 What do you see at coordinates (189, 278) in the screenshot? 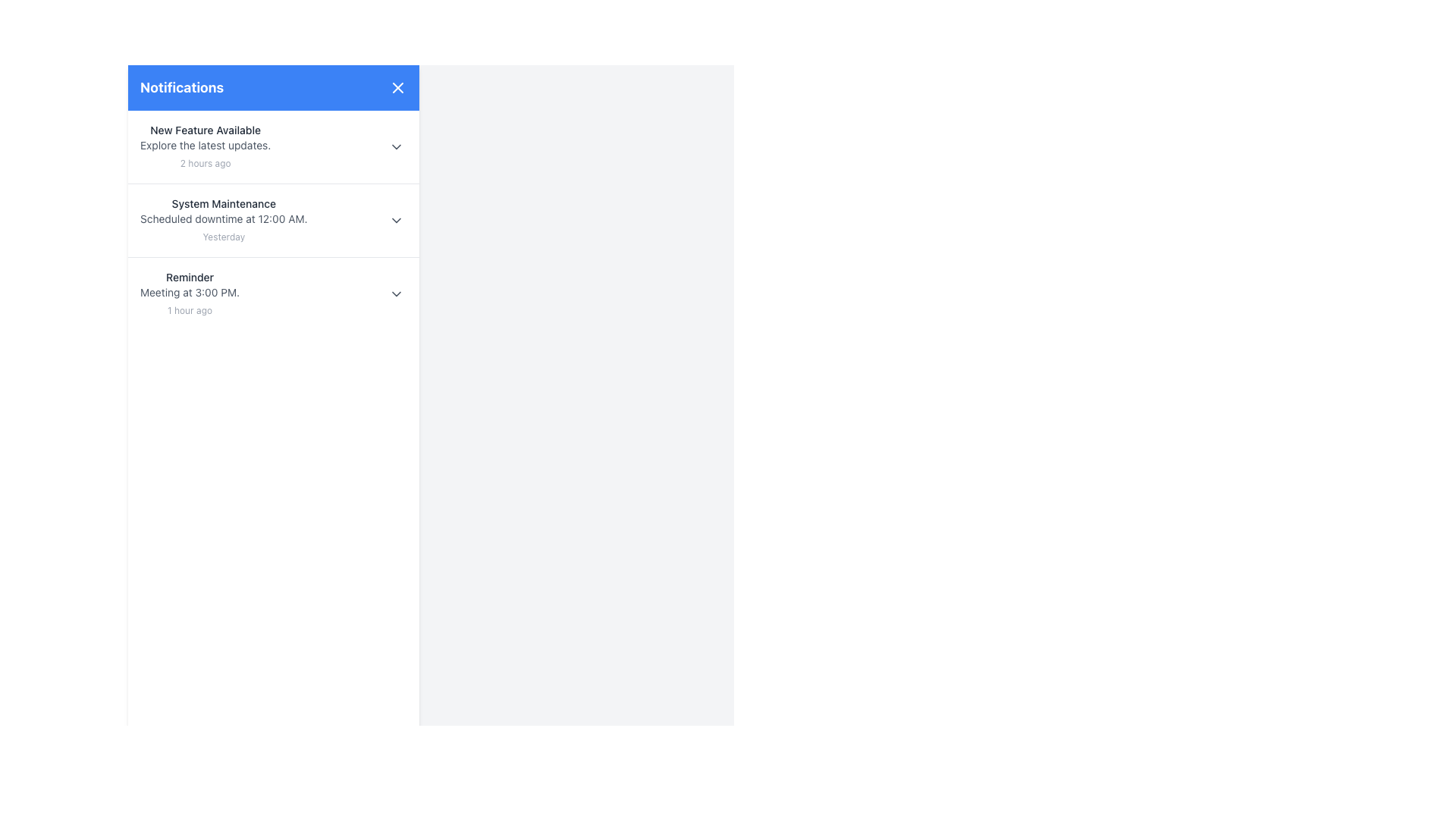
I see `the title text label of the notification card, which is located in the top-left corner above the meeting time and past notification text` at bounding box center [189, 278].